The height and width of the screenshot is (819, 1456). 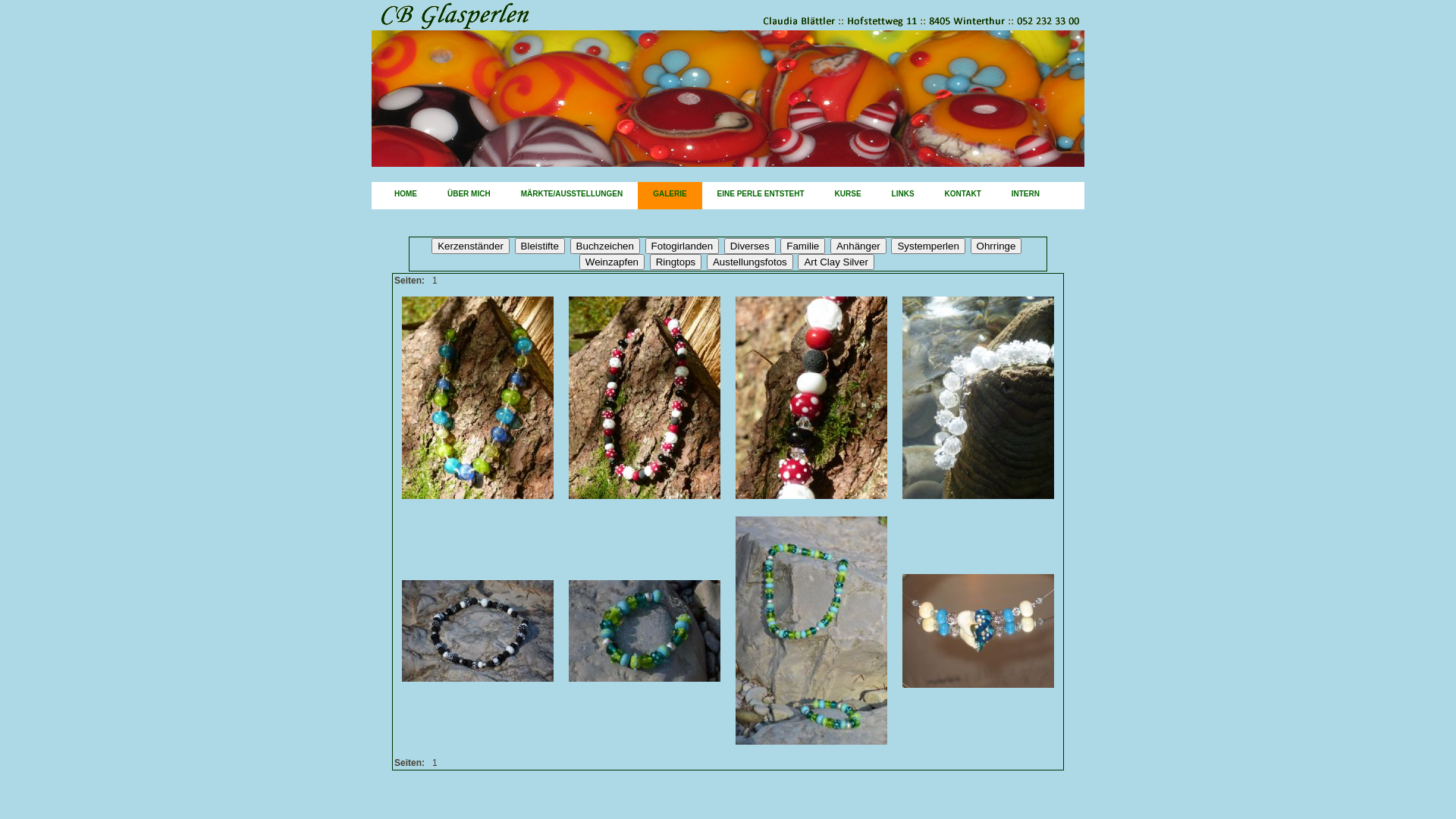 What do you see at coordinates (611, 261) in the screenshot?
I see `'Weinzapfen'` at bounding box center [611, 261].